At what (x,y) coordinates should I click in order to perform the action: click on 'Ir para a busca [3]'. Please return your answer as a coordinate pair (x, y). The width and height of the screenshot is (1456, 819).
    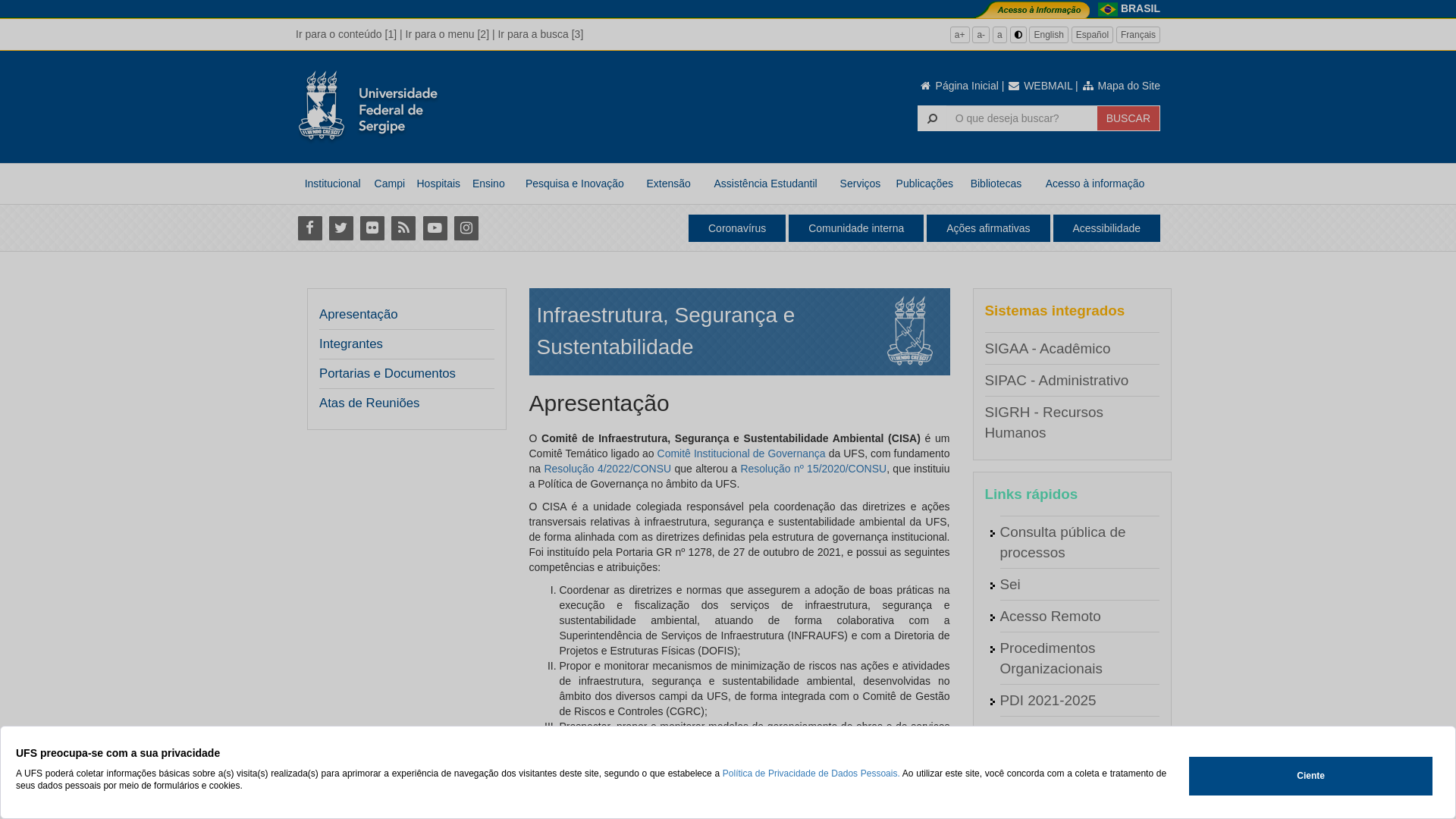
    Looking at the image, I should click on (540, 34).